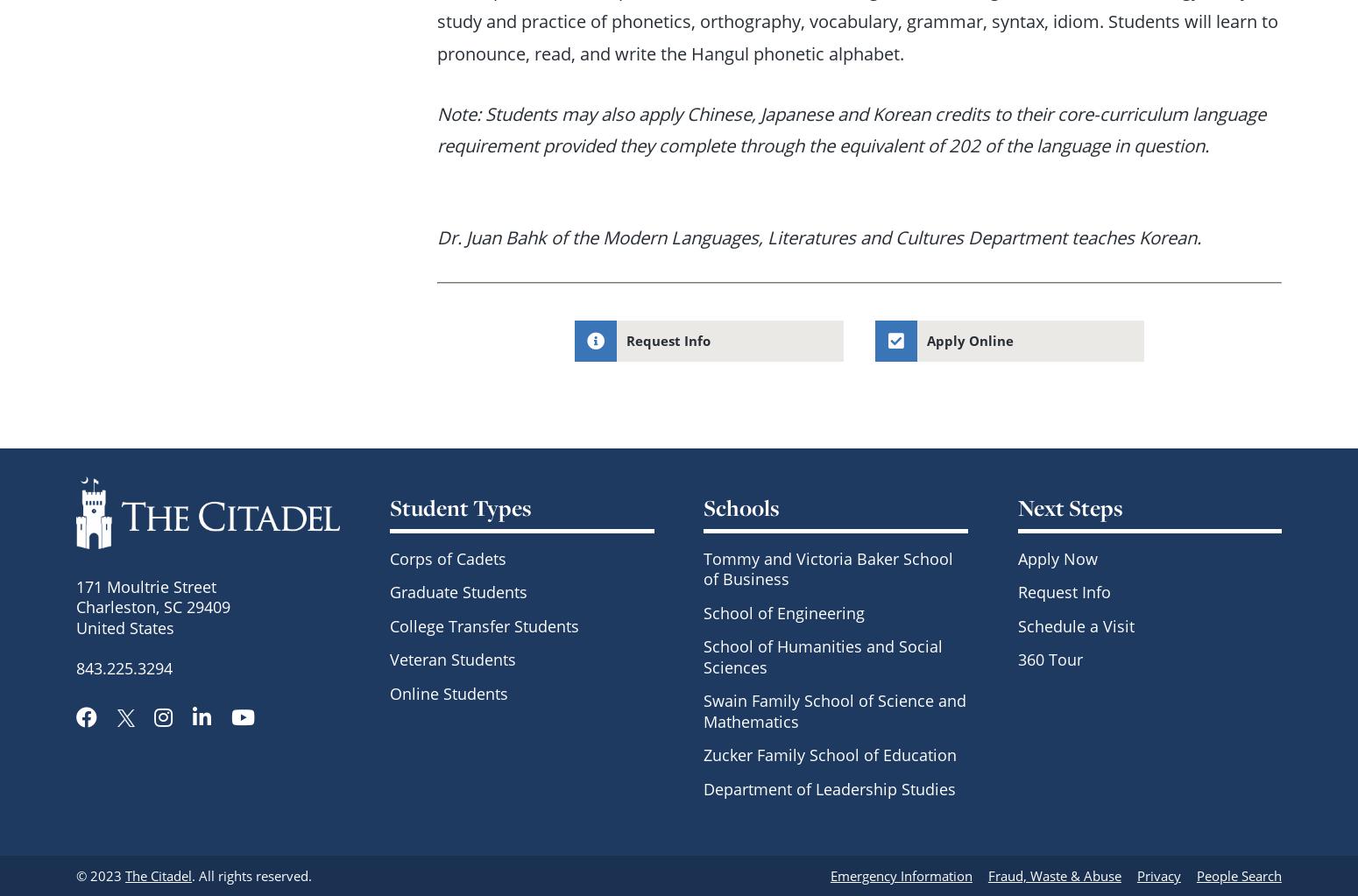  What do you see at coordinates (822, 655) in the screenshot?
I see `'School of Humanities and Social Sciences'` at bounding box center [822, 655].